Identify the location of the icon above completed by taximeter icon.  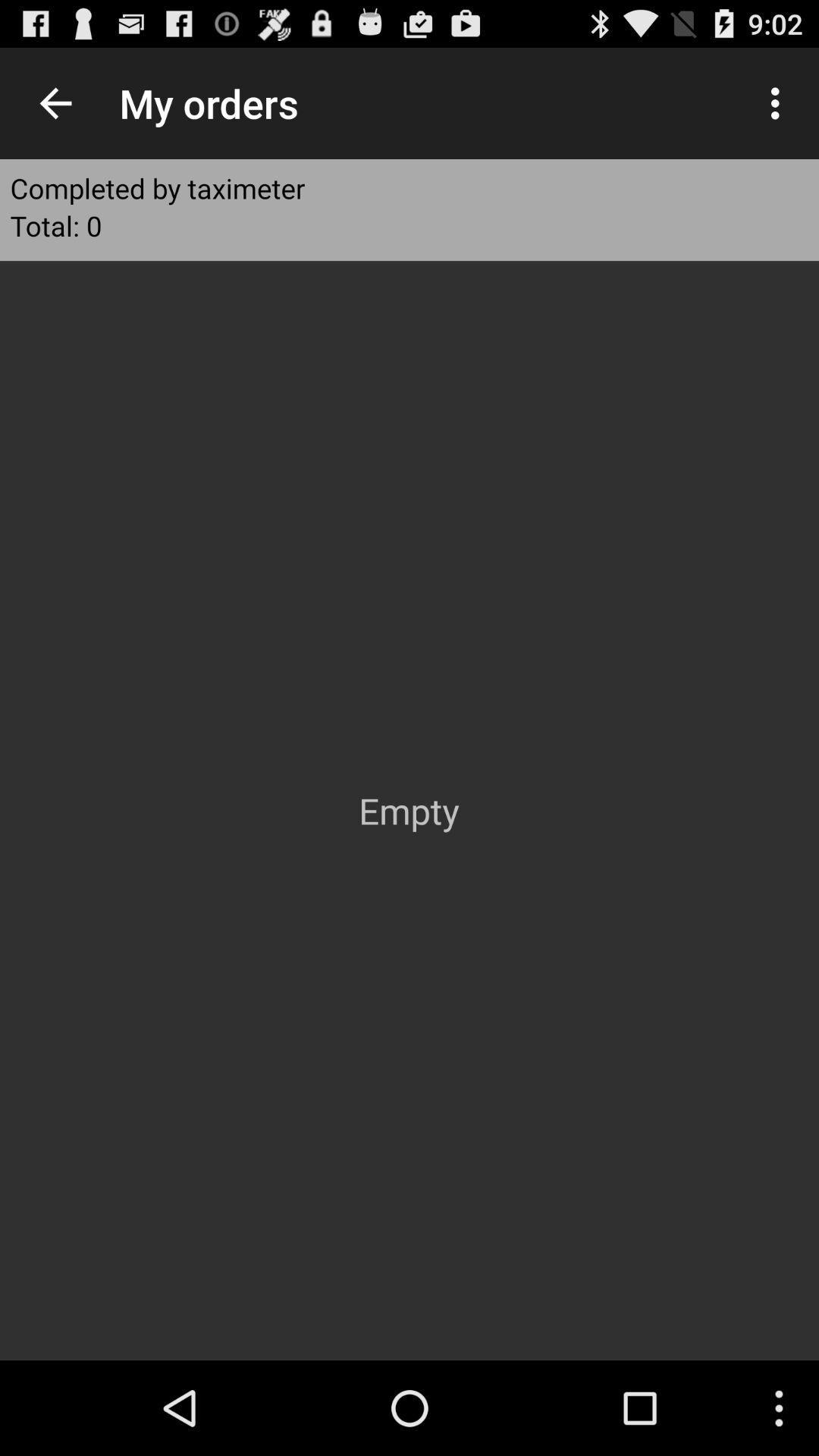
(55, 102).